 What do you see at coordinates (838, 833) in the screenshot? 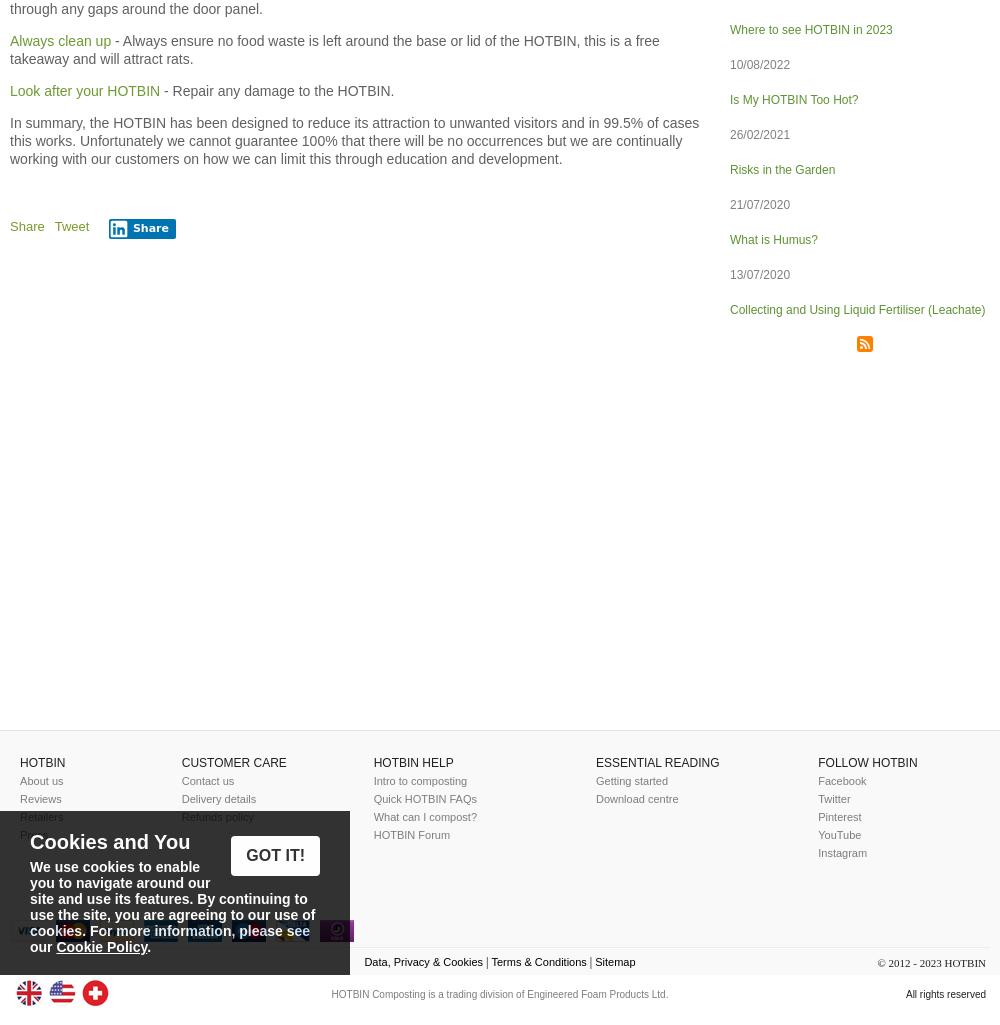
I see `'YouTube'` at bounding box center [838, 833].